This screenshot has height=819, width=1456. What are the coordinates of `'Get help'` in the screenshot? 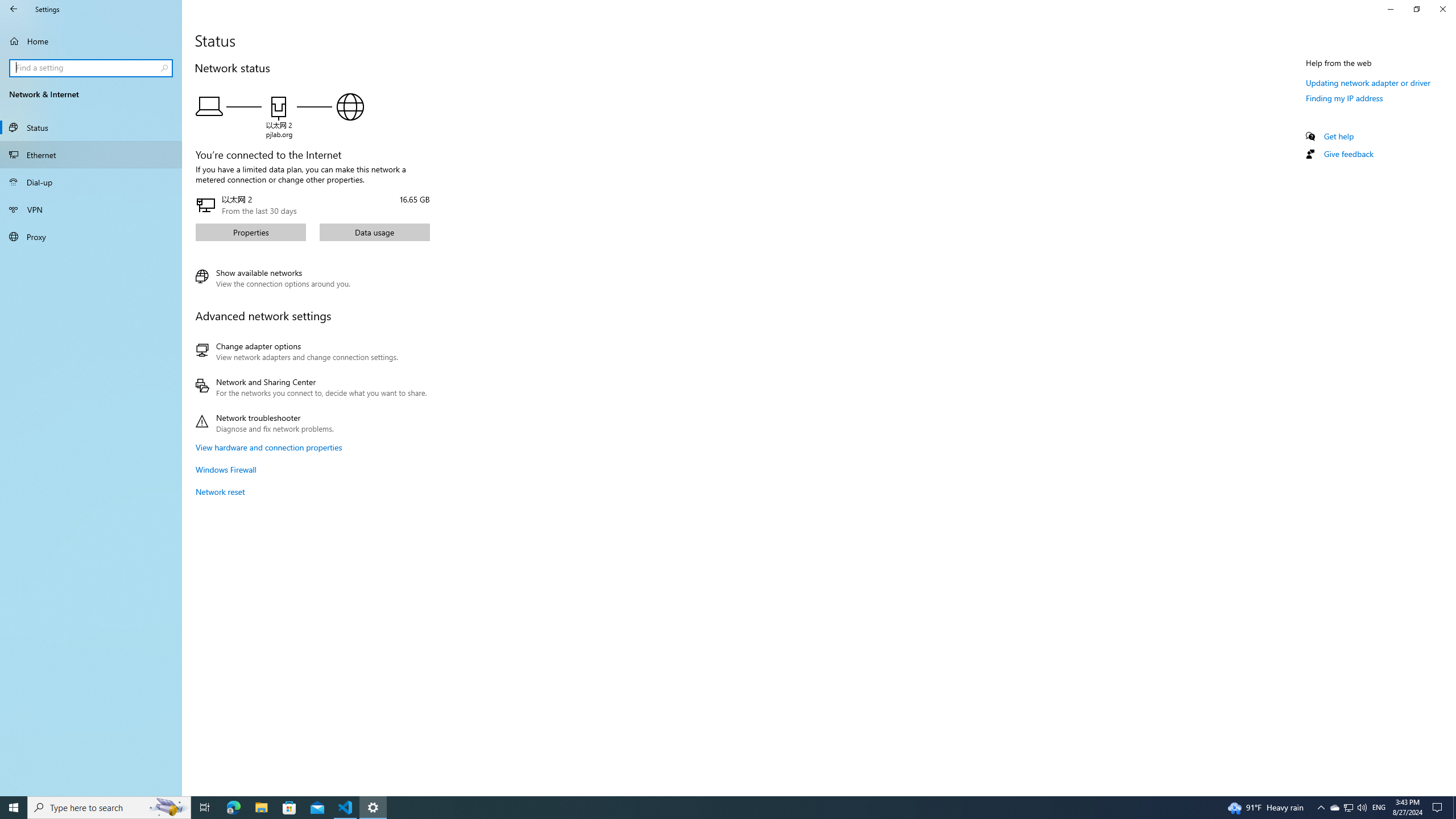 It's located at (1338, 135).